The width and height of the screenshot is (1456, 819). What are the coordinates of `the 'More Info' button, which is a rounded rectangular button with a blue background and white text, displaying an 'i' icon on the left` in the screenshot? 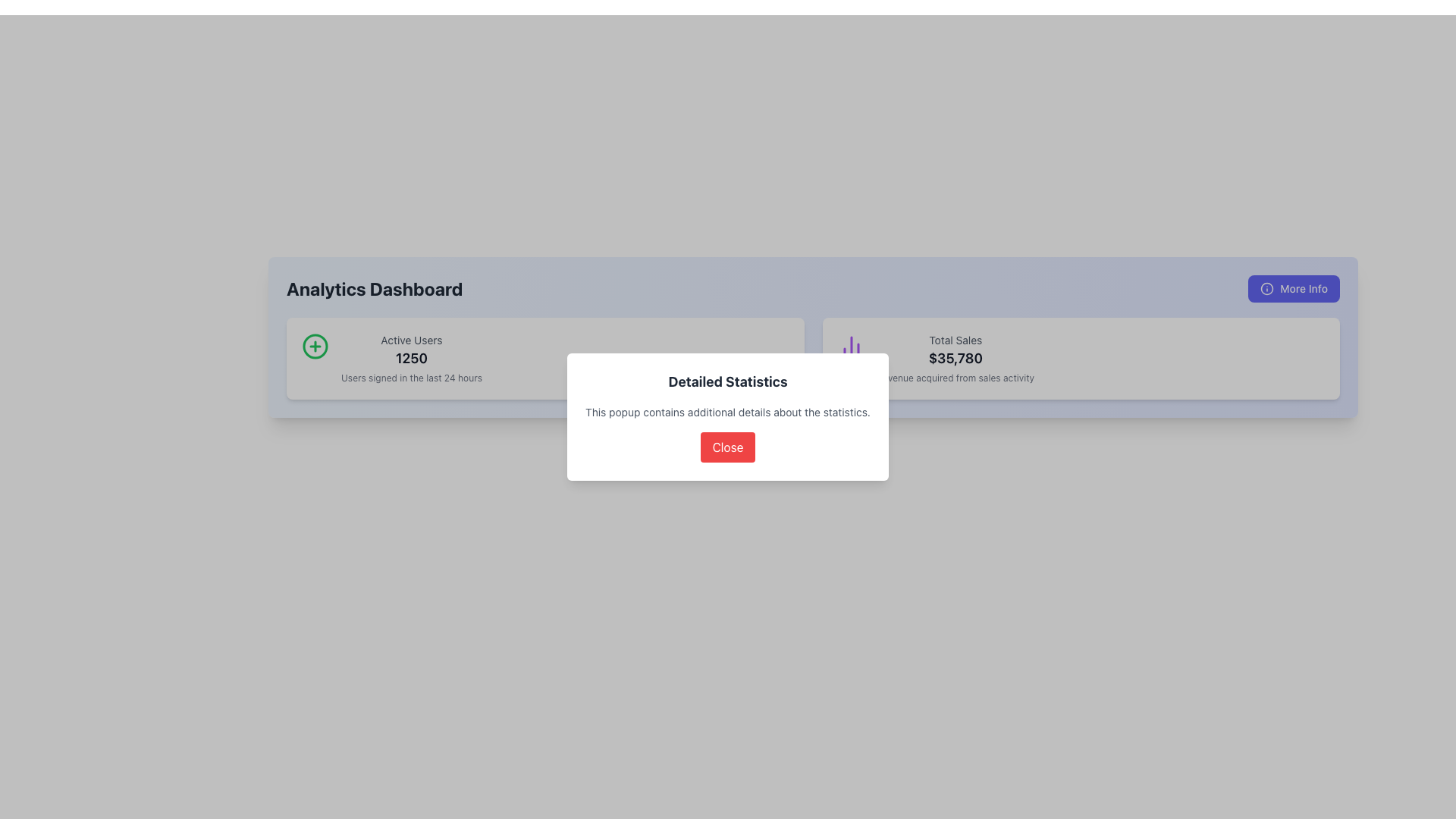 It's located at (1293, 289).